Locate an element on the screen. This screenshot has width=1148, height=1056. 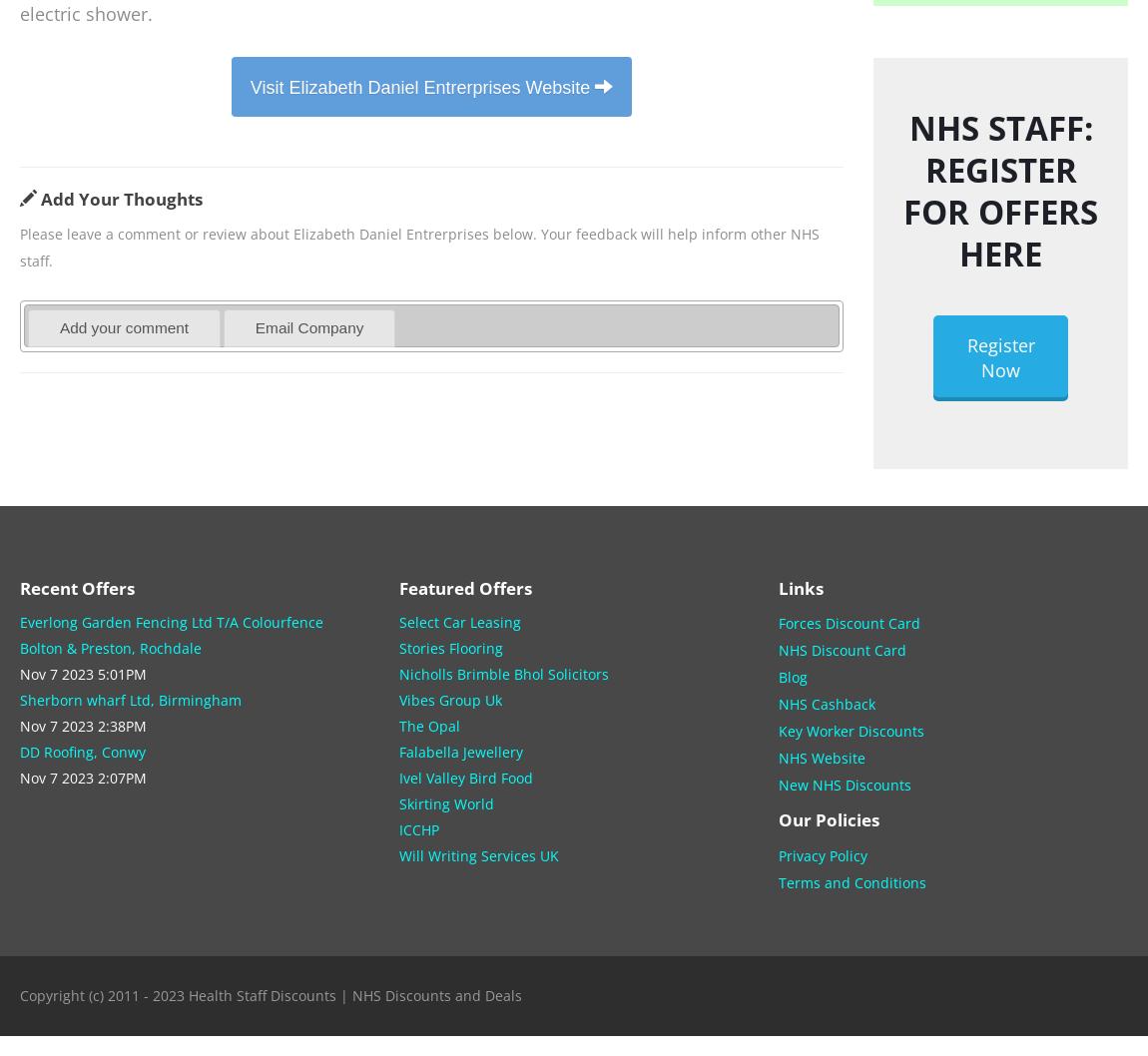
'ICCHP' is located at coordinates (418, 828).